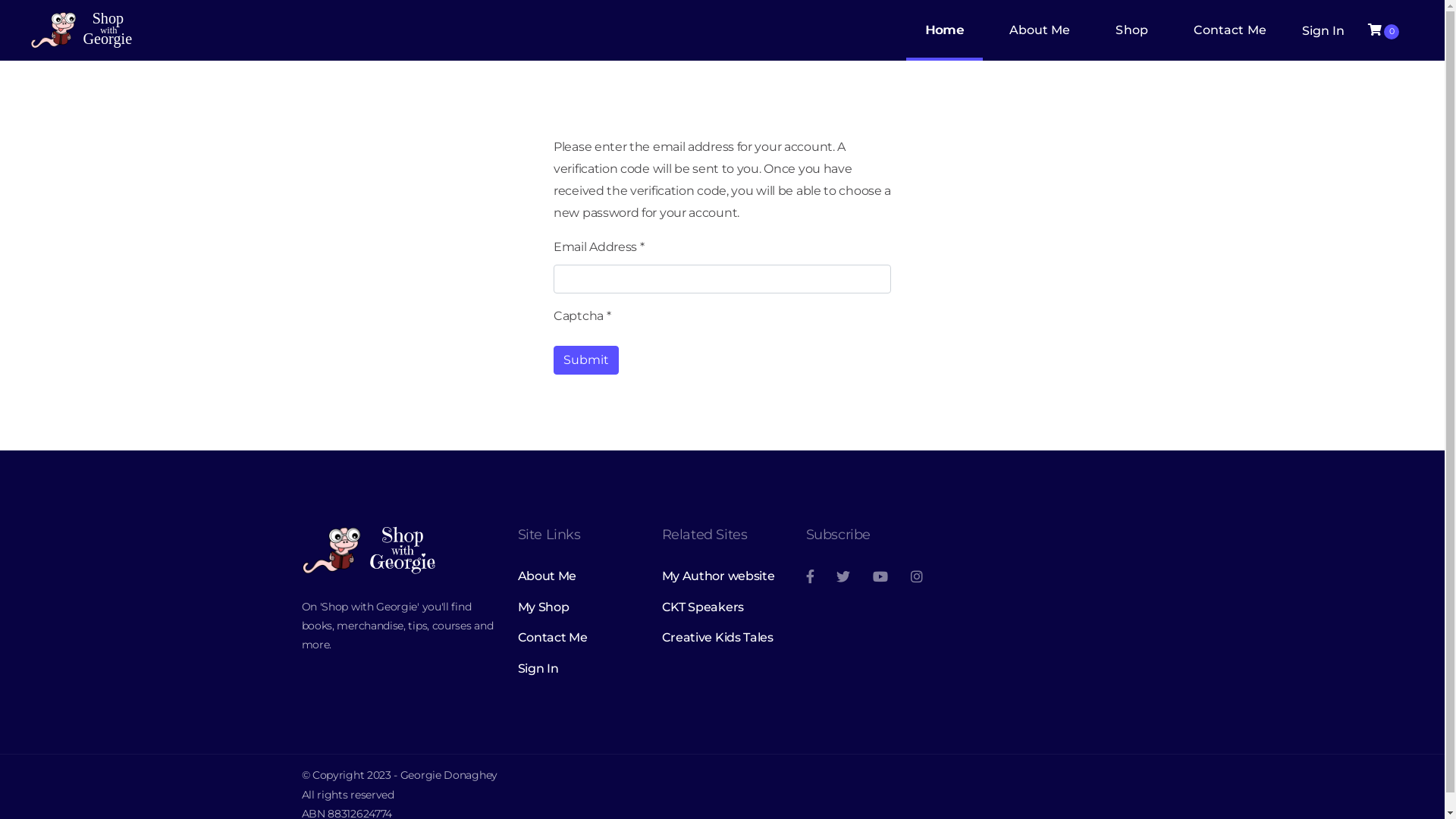 The width and height of the screenshot is (1456, 819). I want to click on 'Shop', so click(1096, 30).